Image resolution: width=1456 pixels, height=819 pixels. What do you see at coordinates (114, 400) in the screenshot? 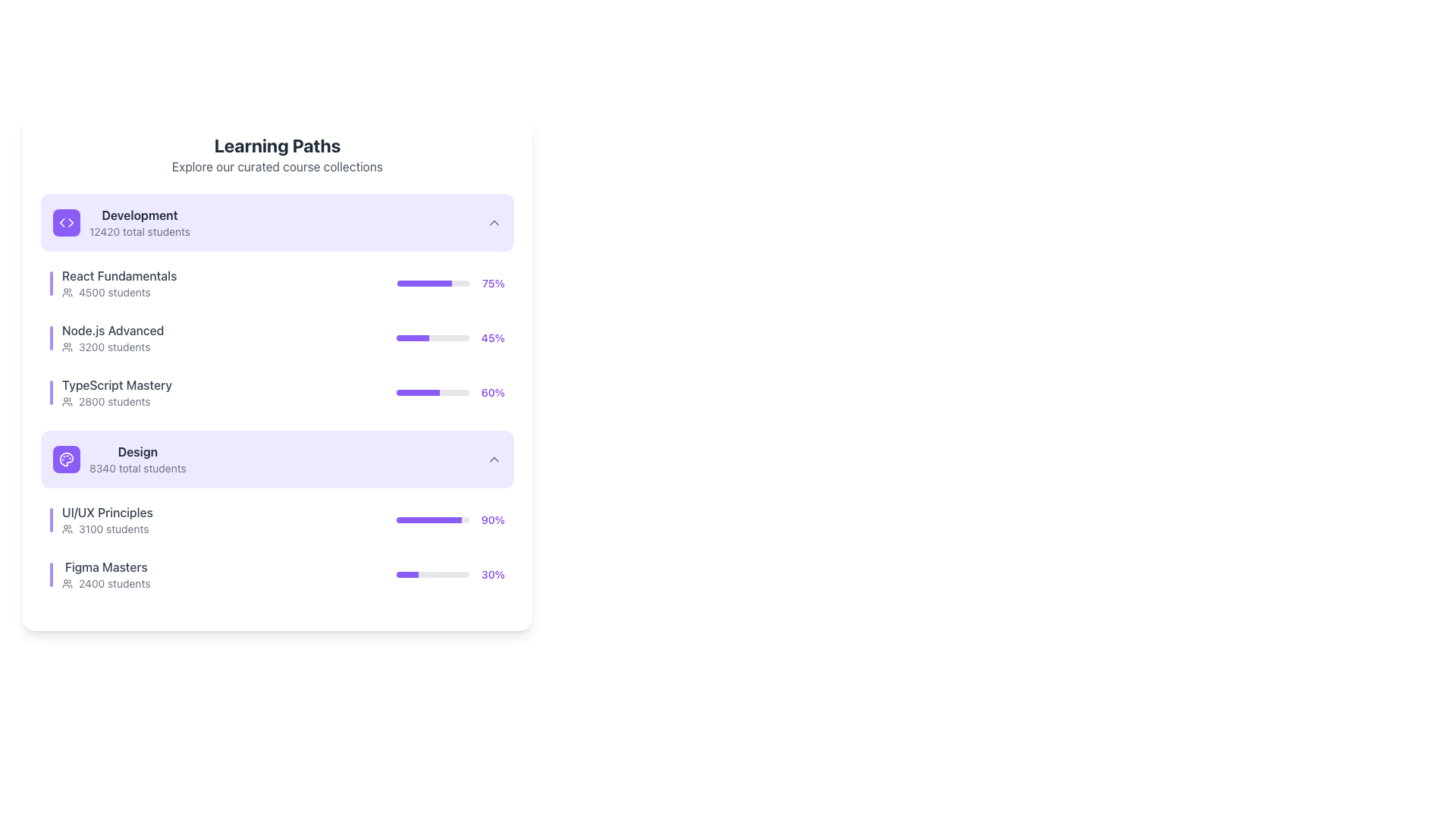
I see `the text display showing '2800 students' related to the 'TypeScript Mastery' course, which is the third entry in the list of courses under the 'Development' section` at bounding box center [114, 400].